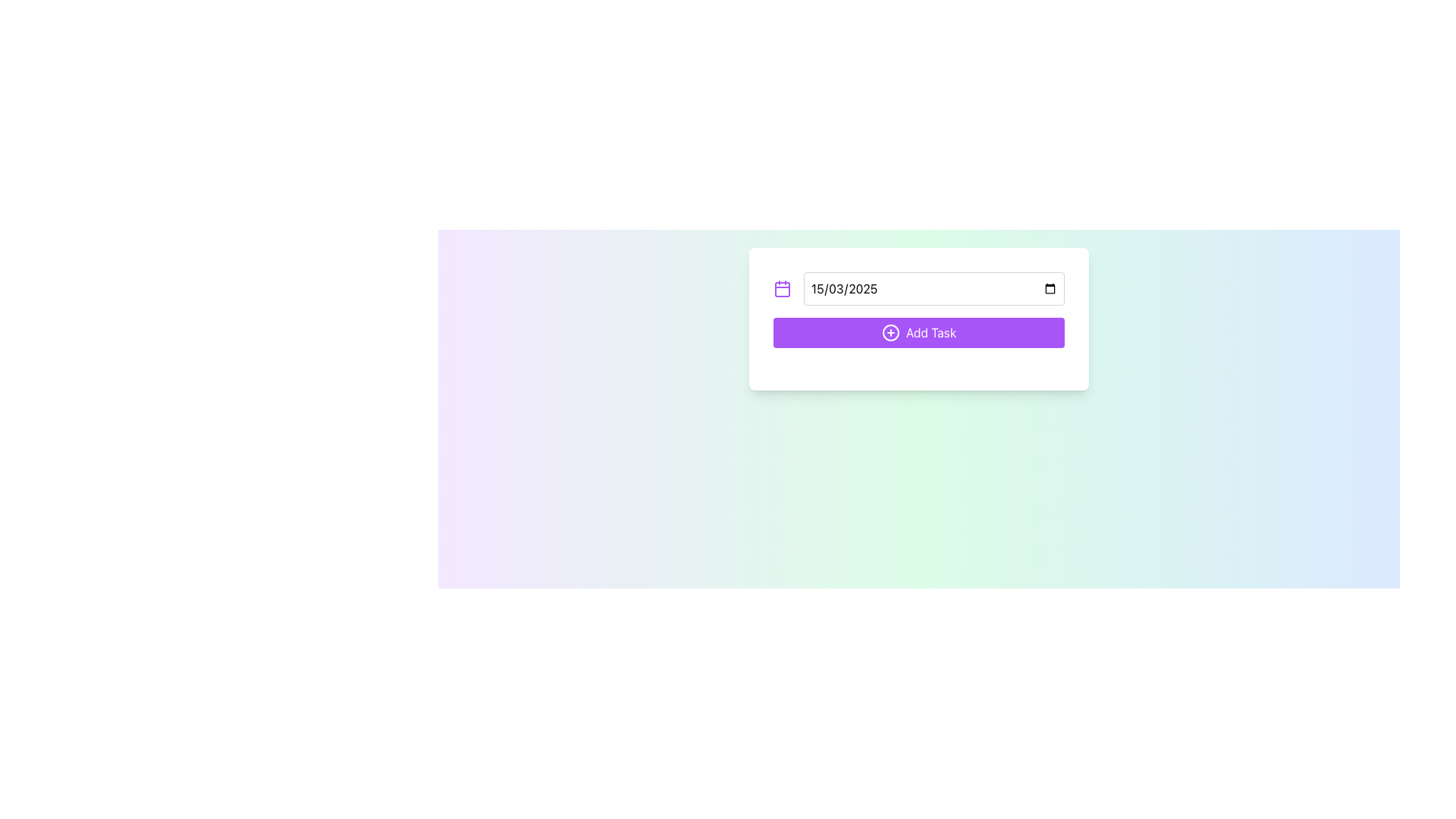  Describe the element at coordinates (918, 332) in the screenshot. I see `the add task button located below the input box with a calendar icon` at that location.